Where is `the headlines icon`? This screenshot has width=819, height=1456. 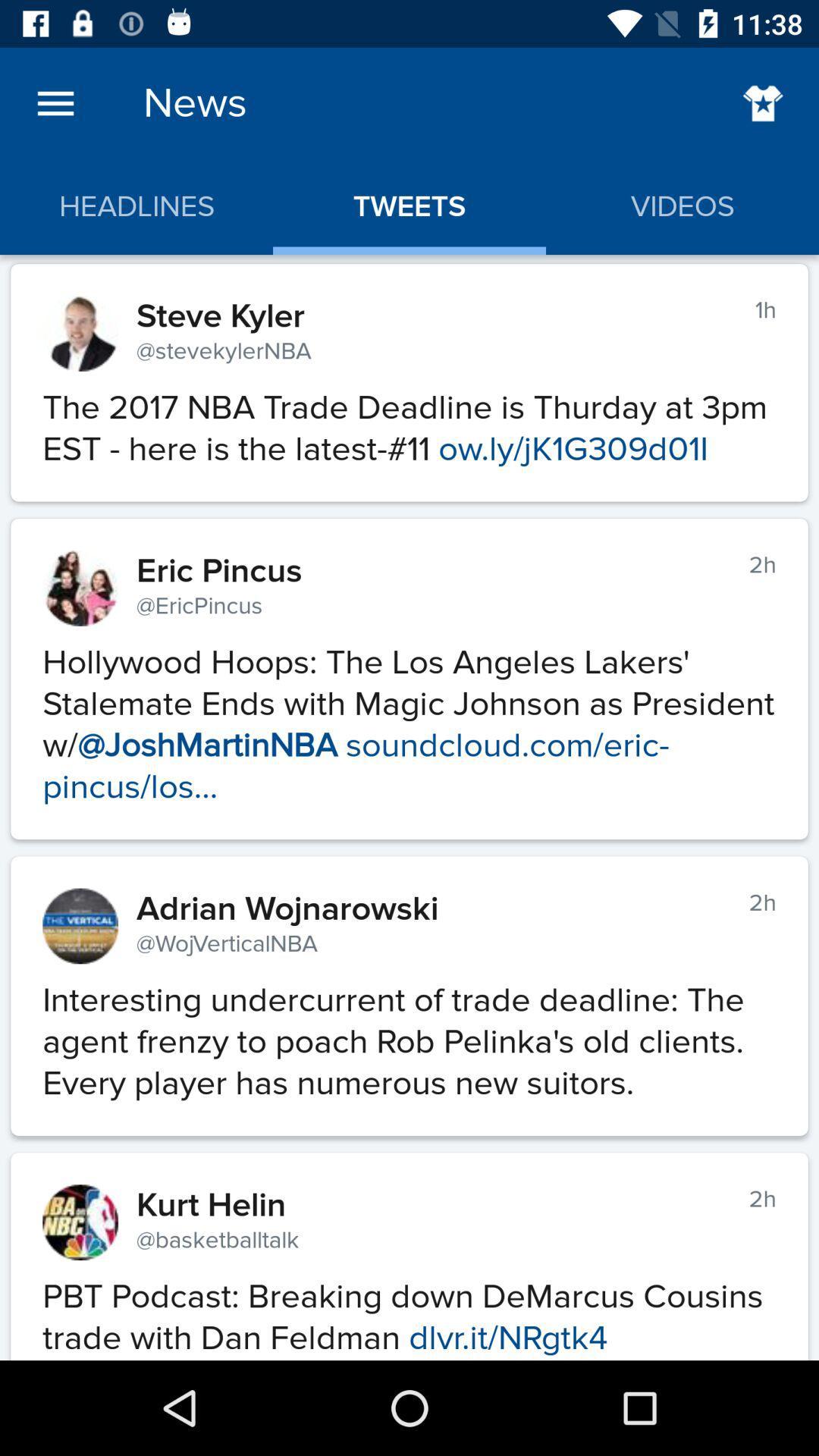
the headlines icon is located at coordinates (136, 206).